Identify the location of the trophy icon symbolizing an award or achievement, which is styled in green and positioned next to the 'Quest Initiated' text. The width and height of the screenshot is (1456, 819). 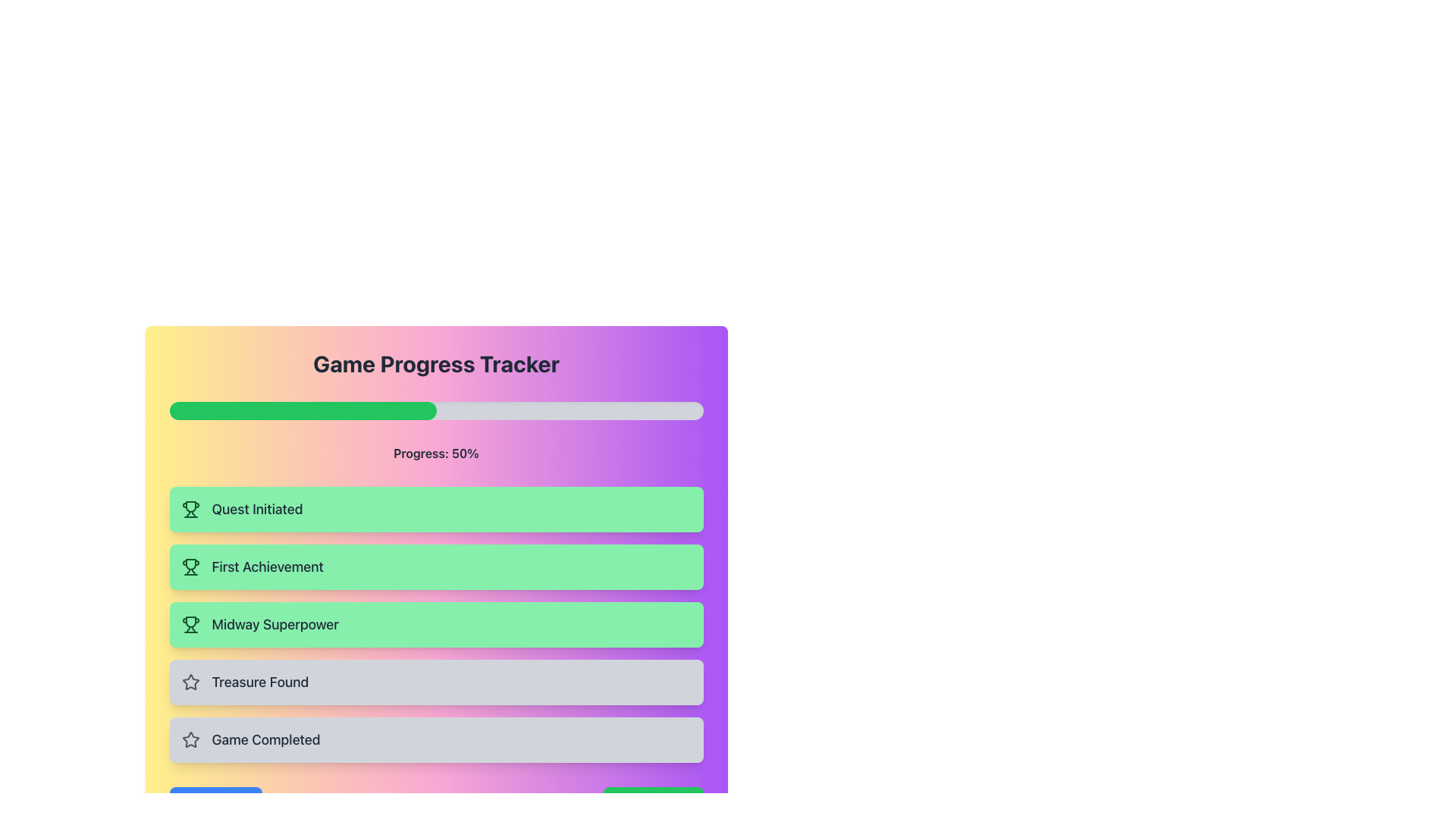
(190, 509).